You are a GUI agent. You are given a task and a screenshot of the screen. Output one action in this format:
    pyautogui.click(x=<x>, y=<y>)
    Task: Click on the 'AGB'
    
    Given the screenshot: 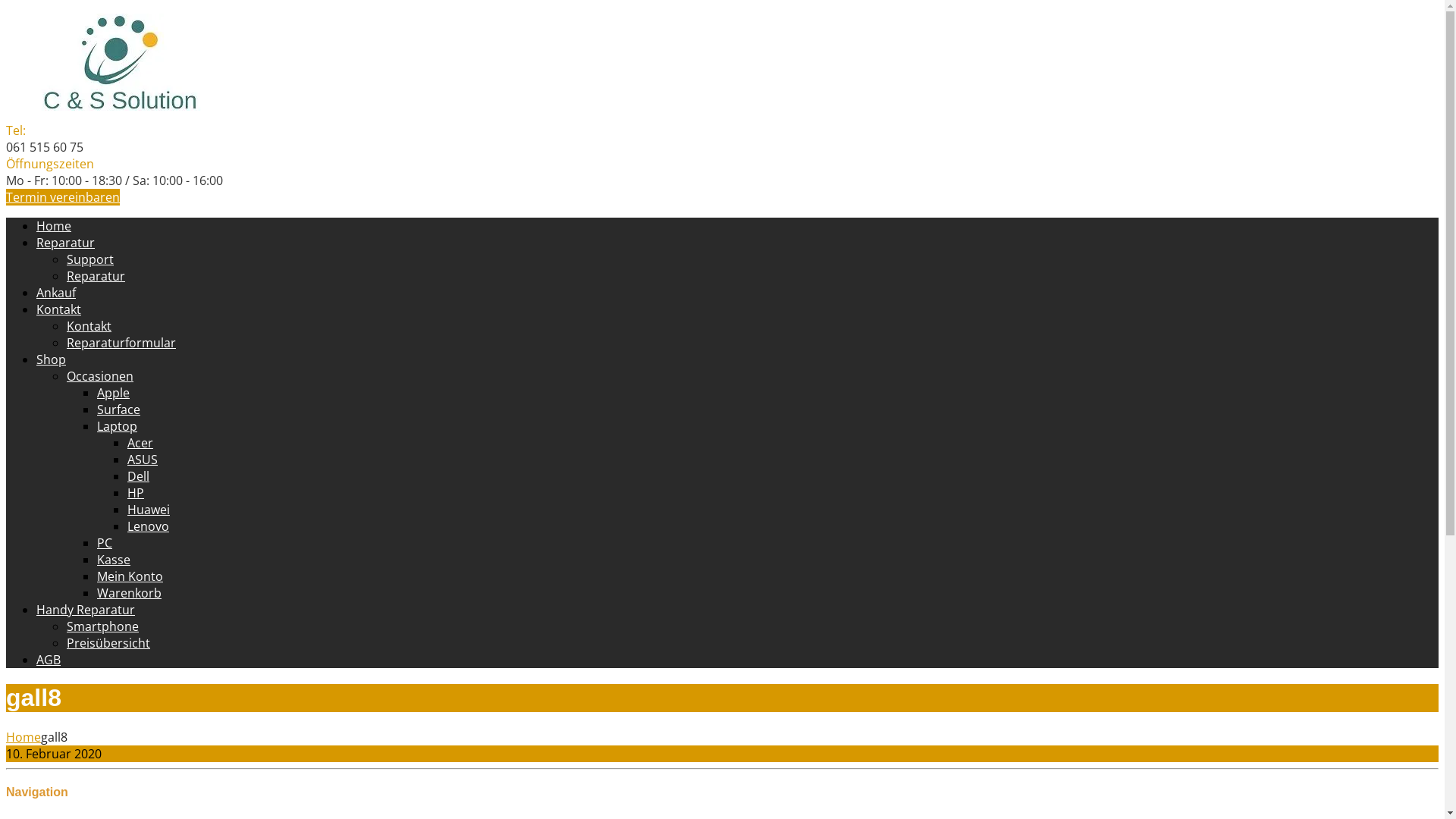 What is the action you would take?
    pyautogui.click(x=48, y=659)
    